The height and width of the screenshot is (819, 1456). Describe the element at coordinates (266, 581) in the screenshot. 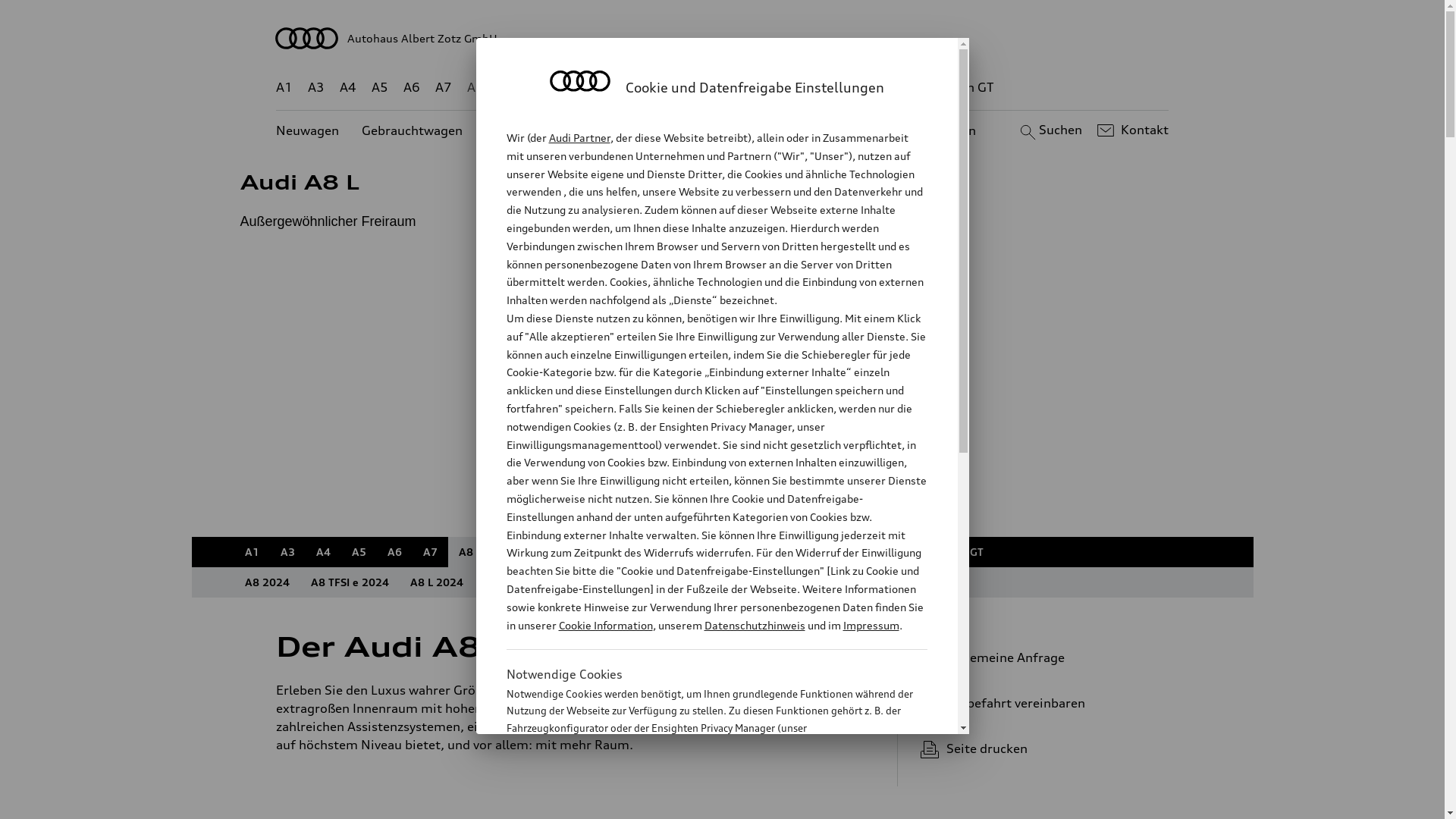

I see `'A8 2024'` at that location.